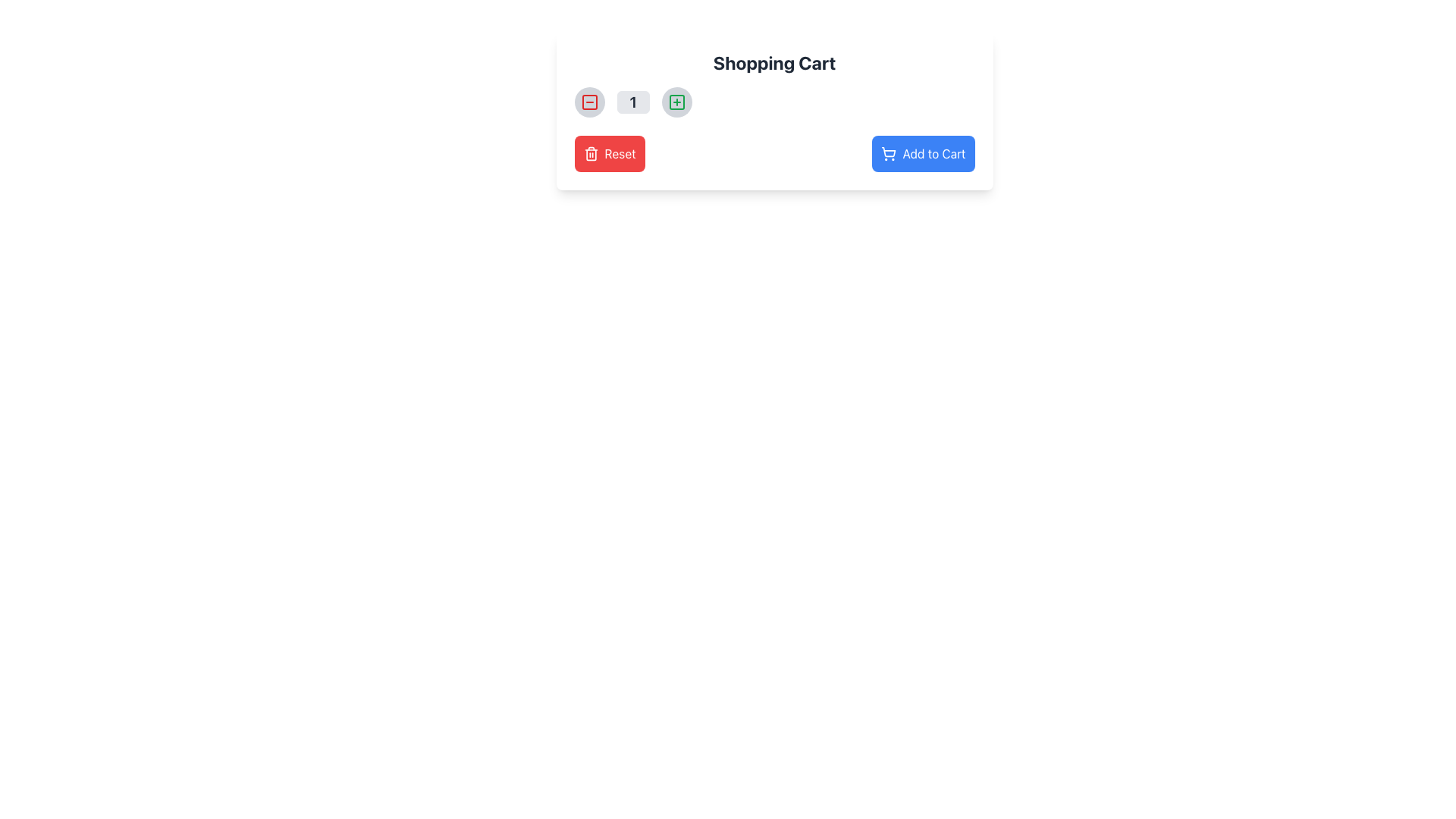 The height and width of the screenshot is (819, 1456). Describe the element at coordinates (588, 102) in the screenshot. I see `the decrement button located at the top left of the 'Shopping Cart' section to reduce the count of a related value or item` at that location.